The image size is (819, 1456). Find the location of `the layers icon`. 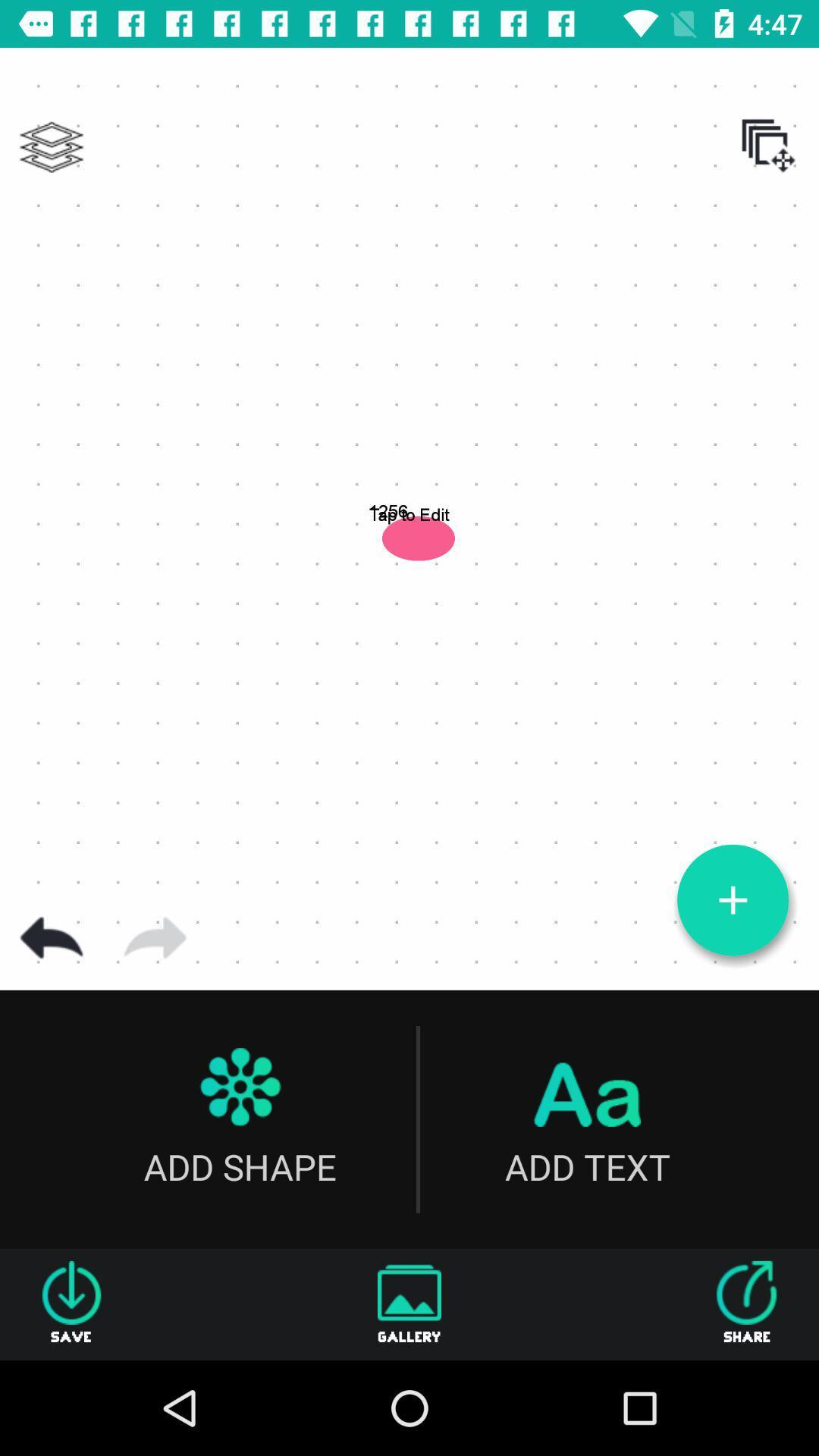

the layers icon is located at coordinates (51, 147).